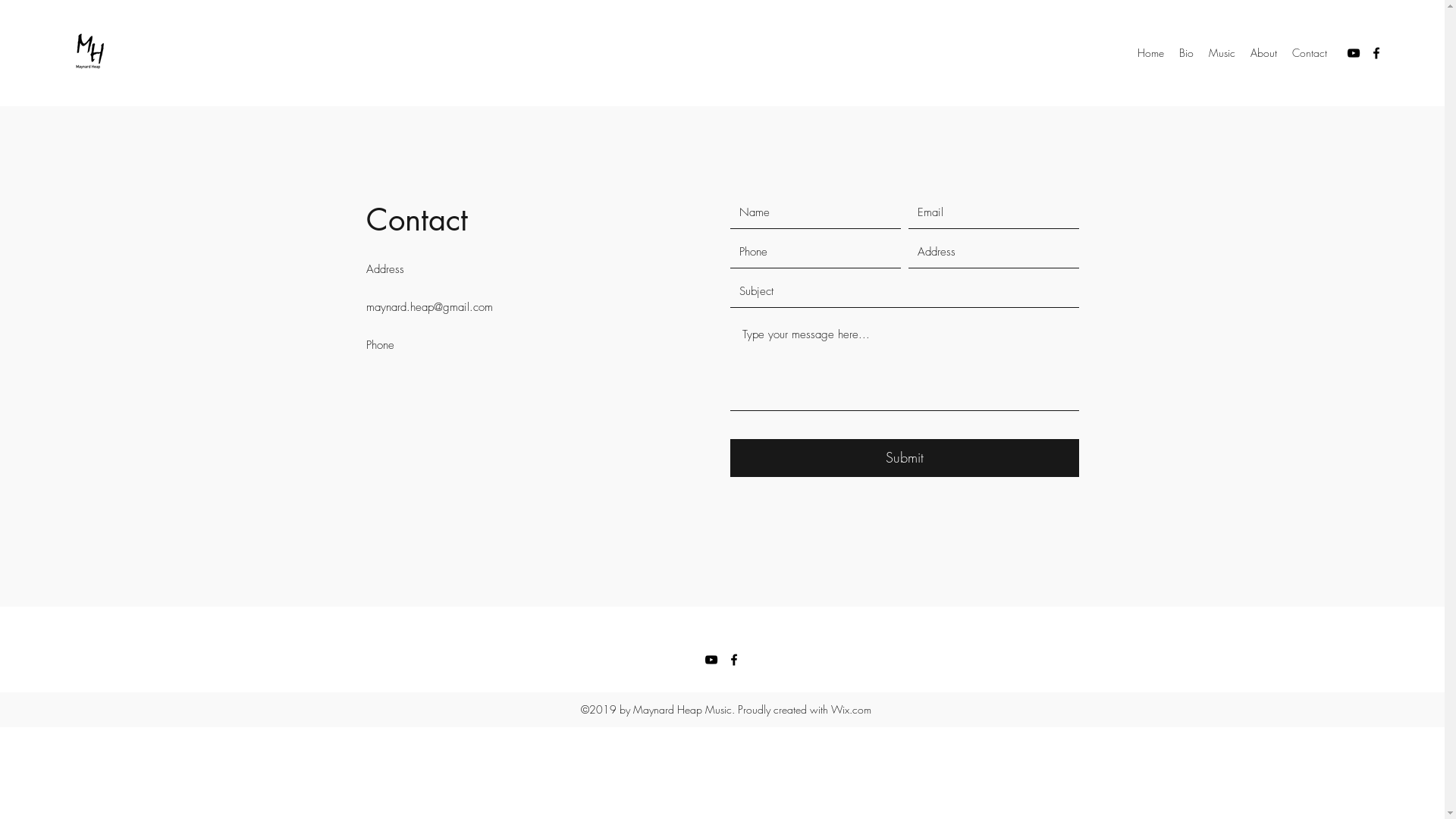 This screenshot has height=819, width=1456. What do you see at coordinates (1150, 52) in the screenshot?
I see `'Home'` at bounding box center [1150, 52].